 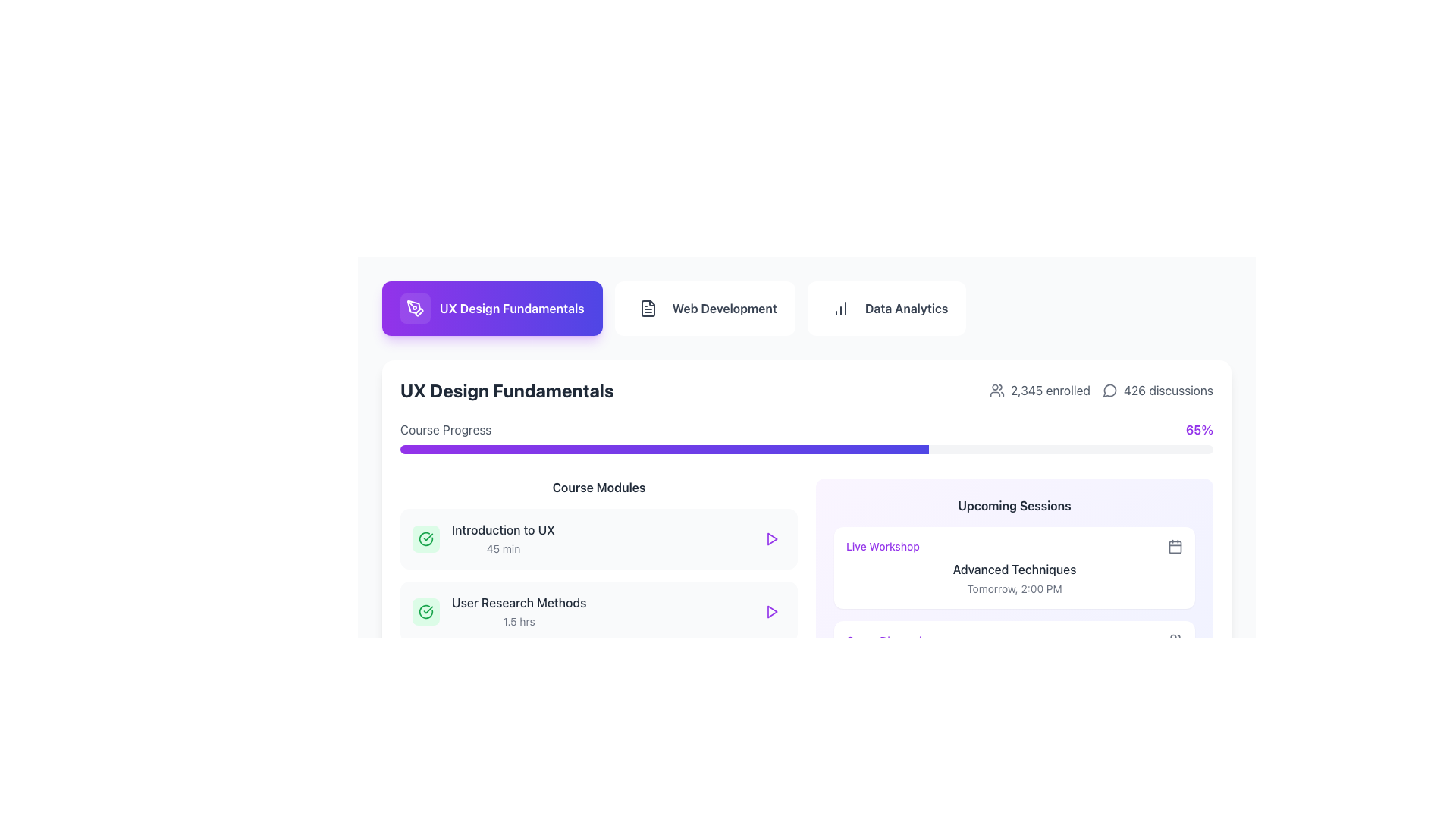 I want to click on the status indicator icon located on the left side of the 'Introduction to UX' list item in the 'Course Modules' section, so click(x=425, y=538).